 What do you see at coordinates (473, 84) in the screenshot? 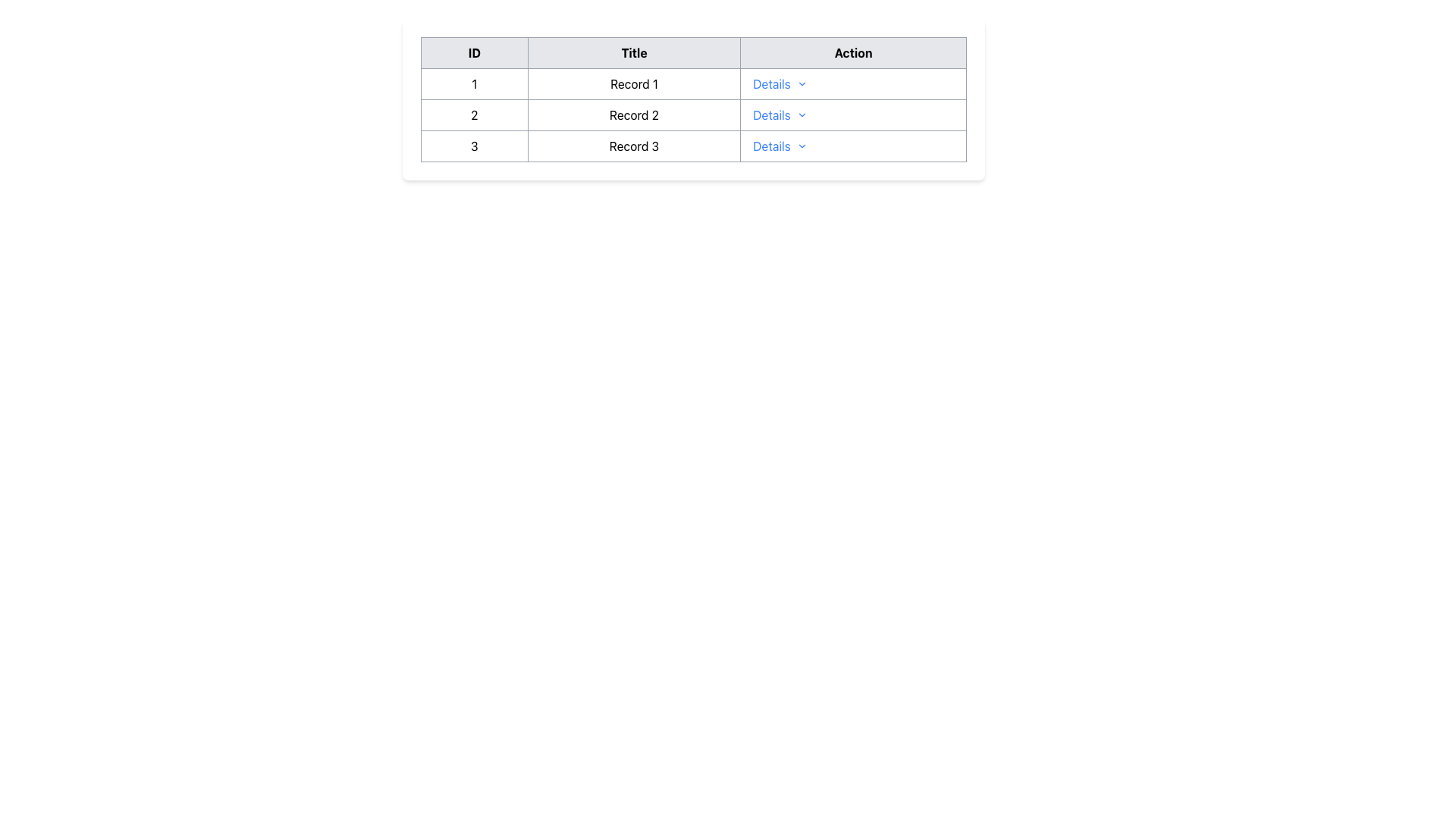
I see `the static text element displaying the number '1', which is the first column under the header 'ID' in the table` at bounding box center [473, 84].